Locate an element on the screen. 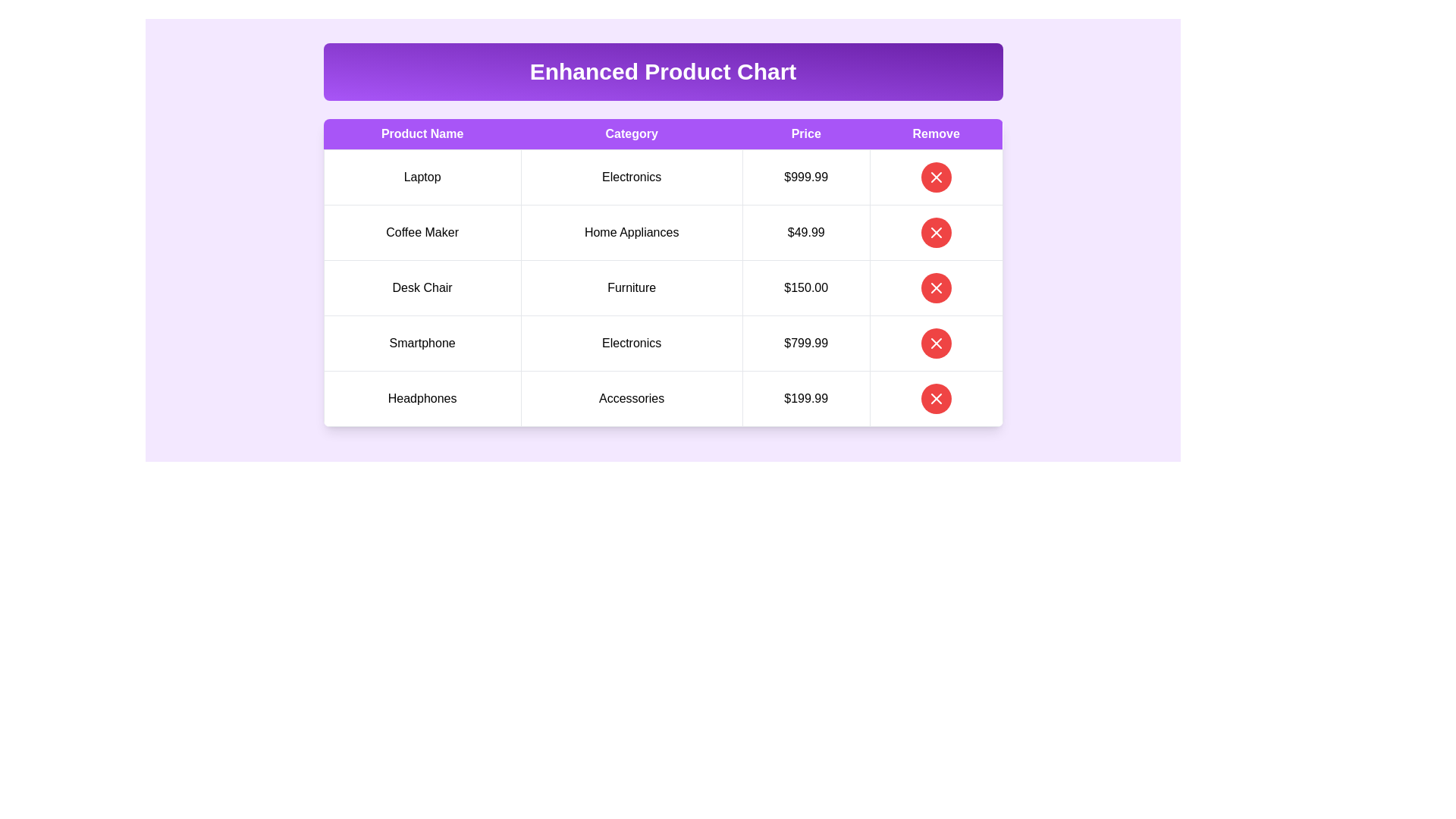  the diagonal cross icon within the red circular 'Remove' button for the fourth row of the table corresponding to the 'Smartphone' item is located at coordinates (935, 343).